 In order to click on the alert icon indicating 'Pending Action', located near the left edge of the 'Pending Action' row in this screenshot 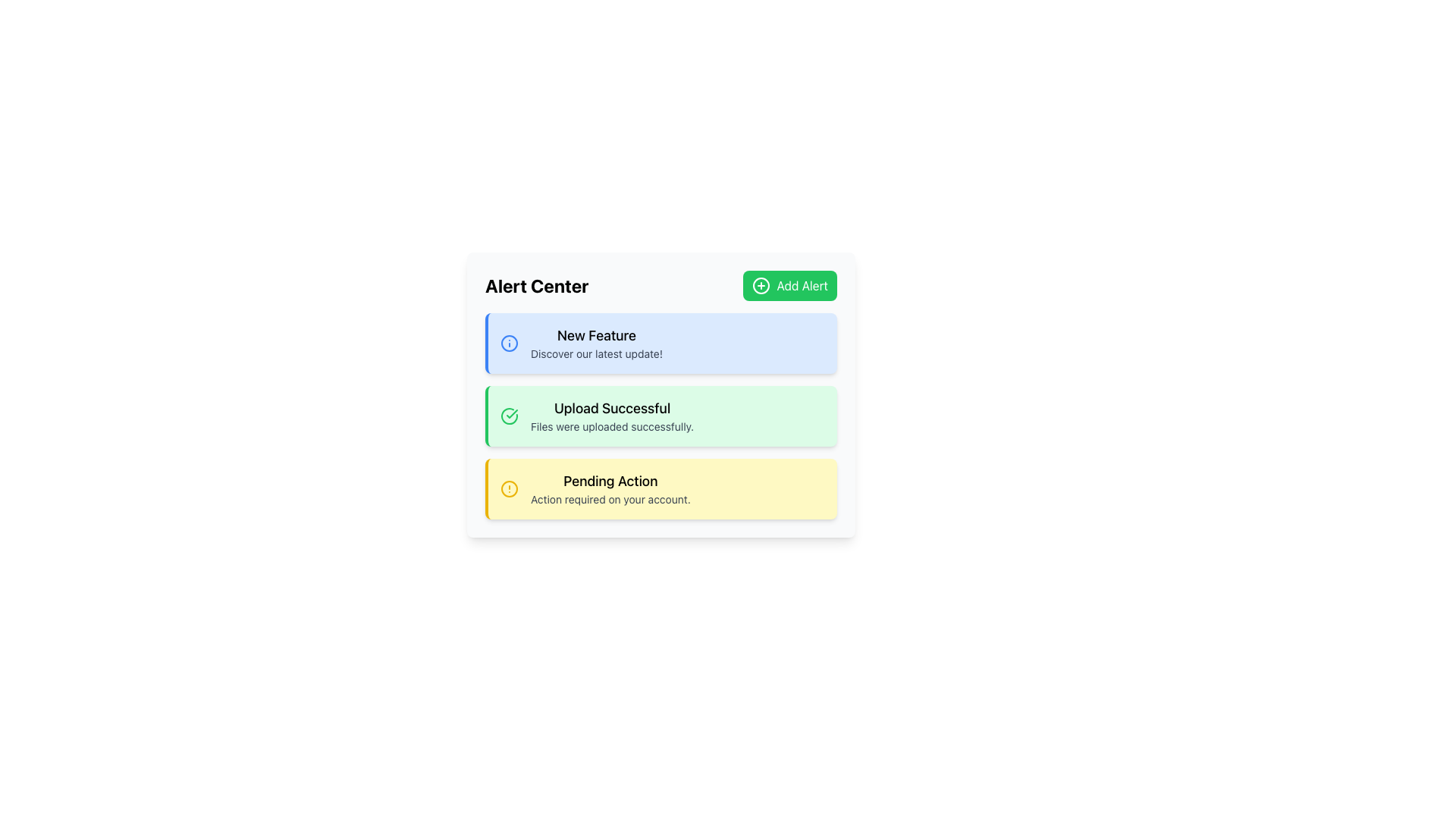, I will do `click(510, 488)`.